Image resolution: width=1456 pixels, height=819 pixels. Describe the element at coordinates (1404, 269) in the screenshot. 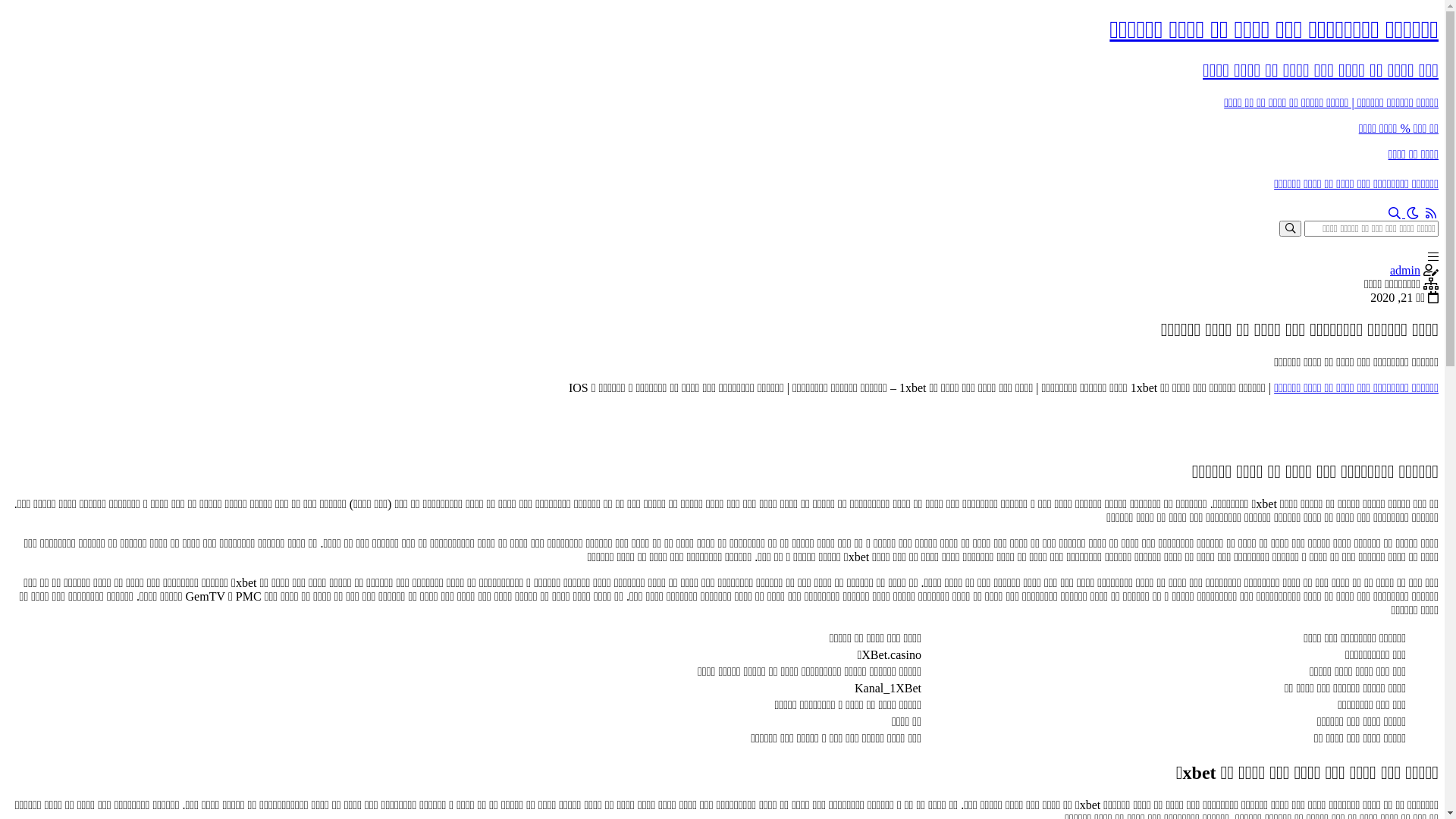

I see `'admin'` at that location.